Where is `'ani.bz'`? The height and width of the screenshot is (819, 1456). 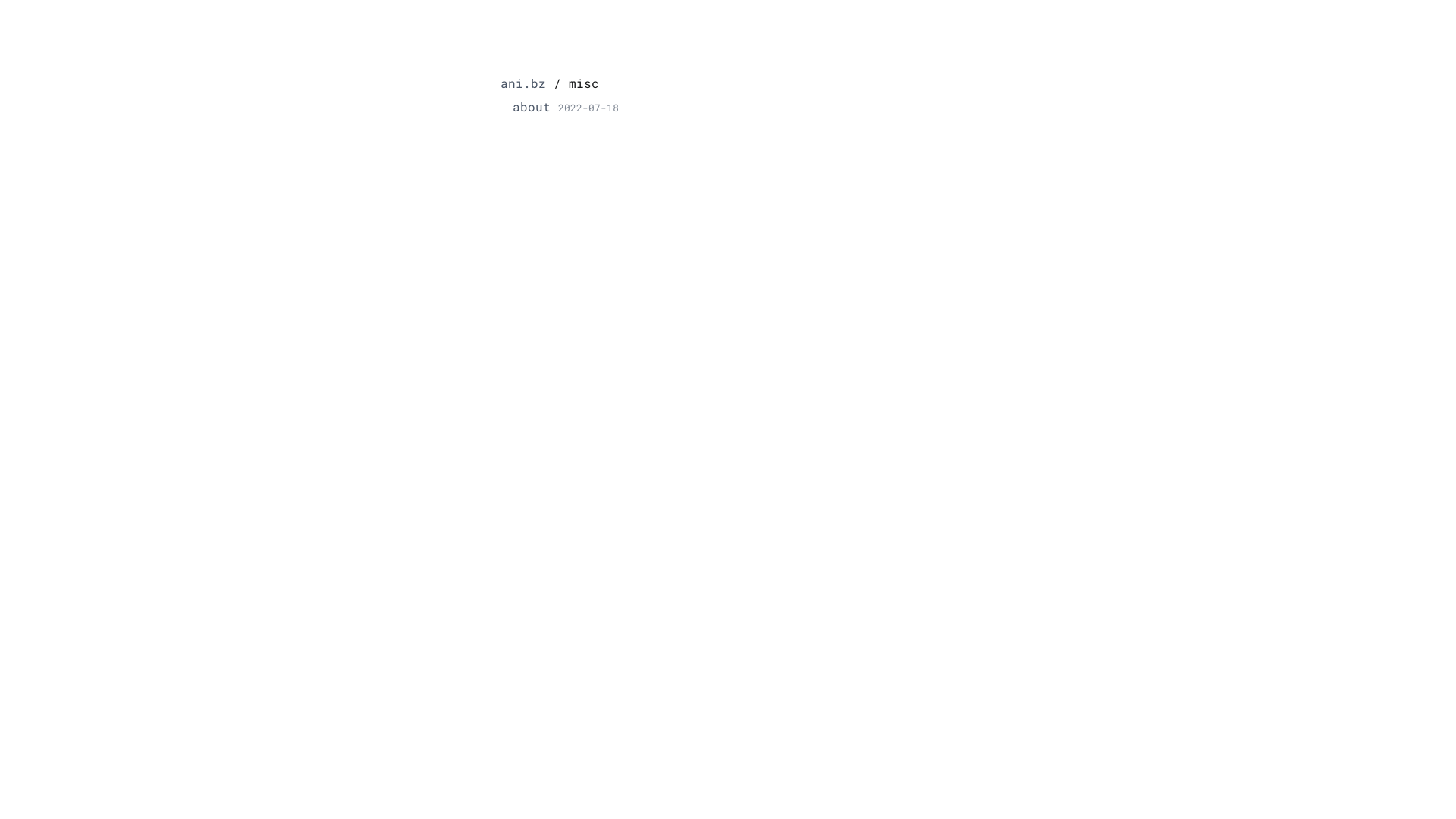
'ani.bz' is located at coordinates (523, 83).